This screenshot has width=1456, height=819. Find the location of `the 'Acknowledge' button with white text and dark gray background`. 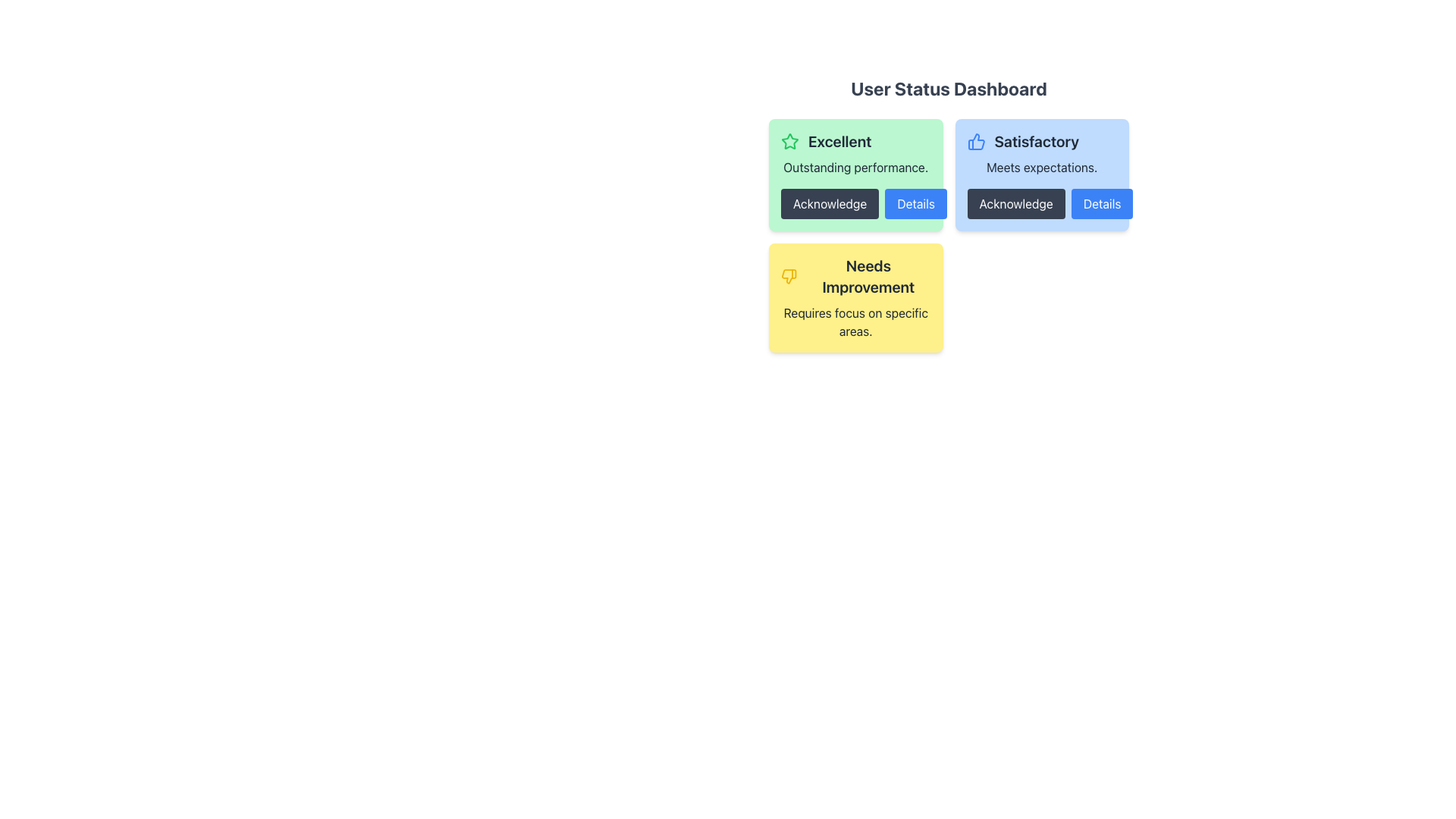

the 'Acknowledge' button with white text and dark gray background is located at coordinates (829, 203).